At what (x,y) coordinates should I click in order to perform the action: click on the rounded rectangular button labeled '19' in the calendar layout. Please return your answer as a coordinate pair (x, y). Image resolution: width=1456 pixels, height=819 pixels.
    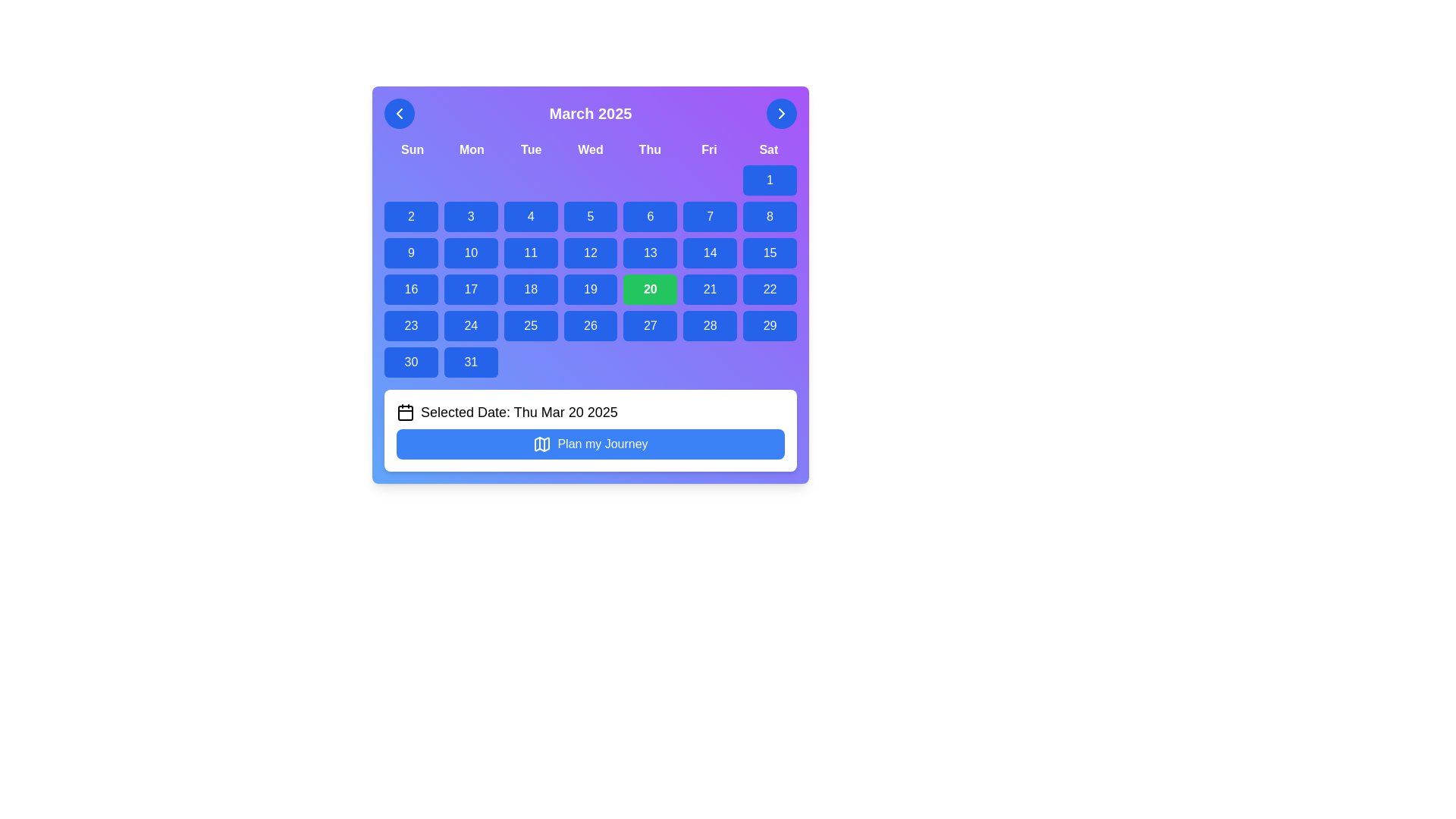
    Looking at the image, I should click on (589, 289).